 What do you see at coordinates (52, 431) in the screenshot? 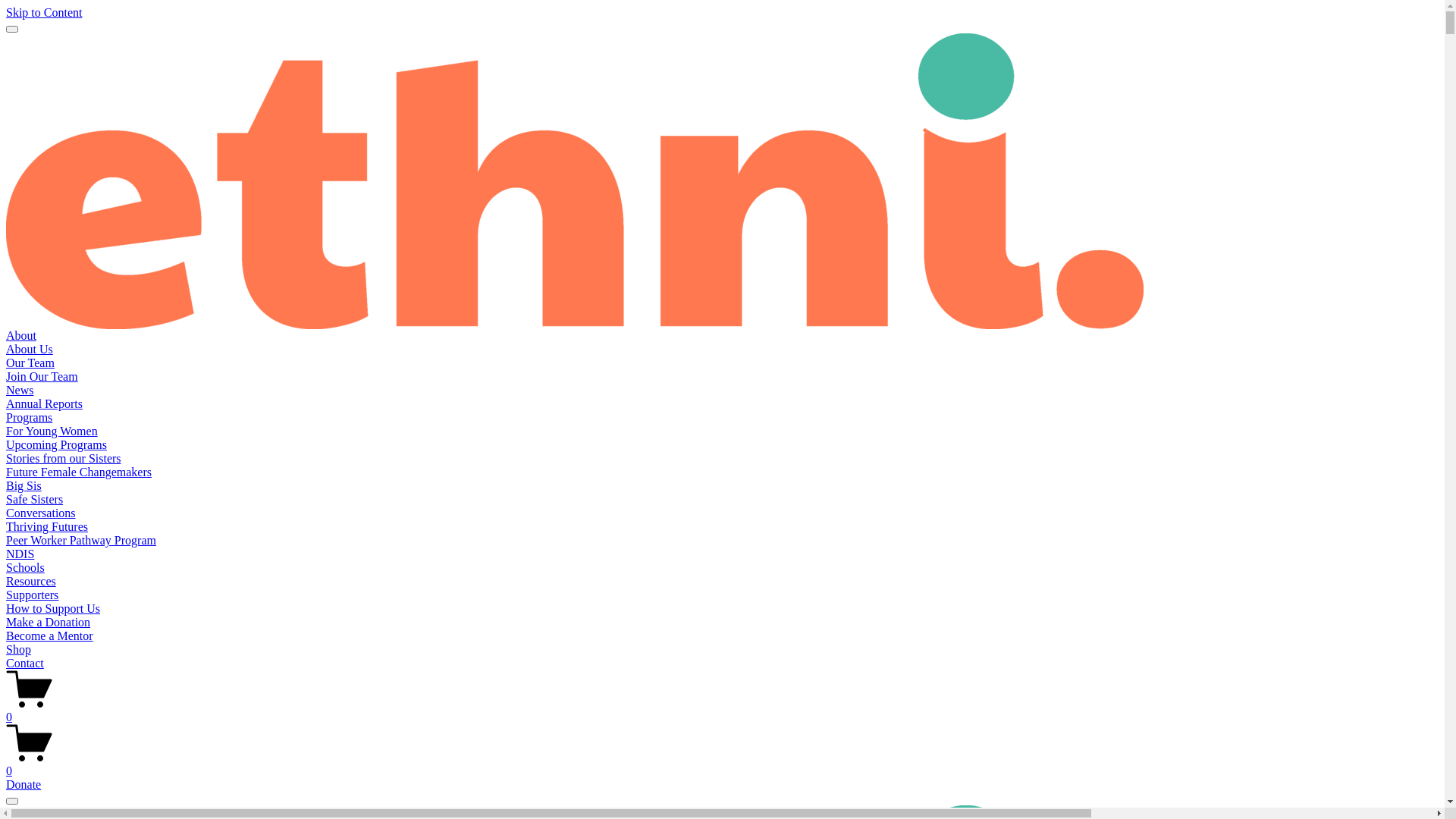
I see `'For Young Women'` at bounding box center [52, 431].